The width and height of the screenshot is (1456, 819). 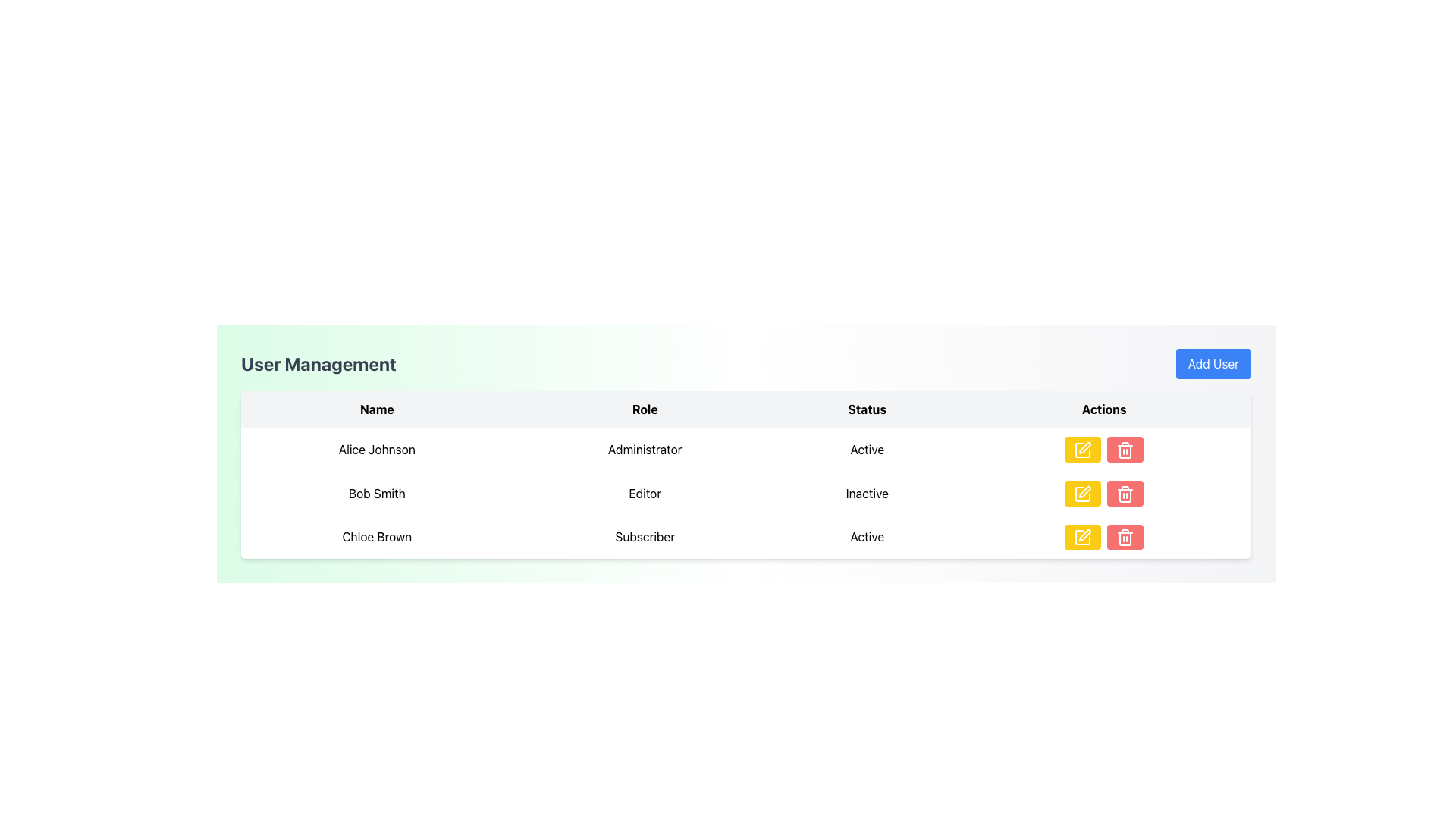 What do you see at coordinates (645, 536) in the screenshot?
I see `the 'Subscriber' text label located in the second column of the 'User Management' table, corresponding to 'Chloe Brown'` at bounding box center [645, 536].